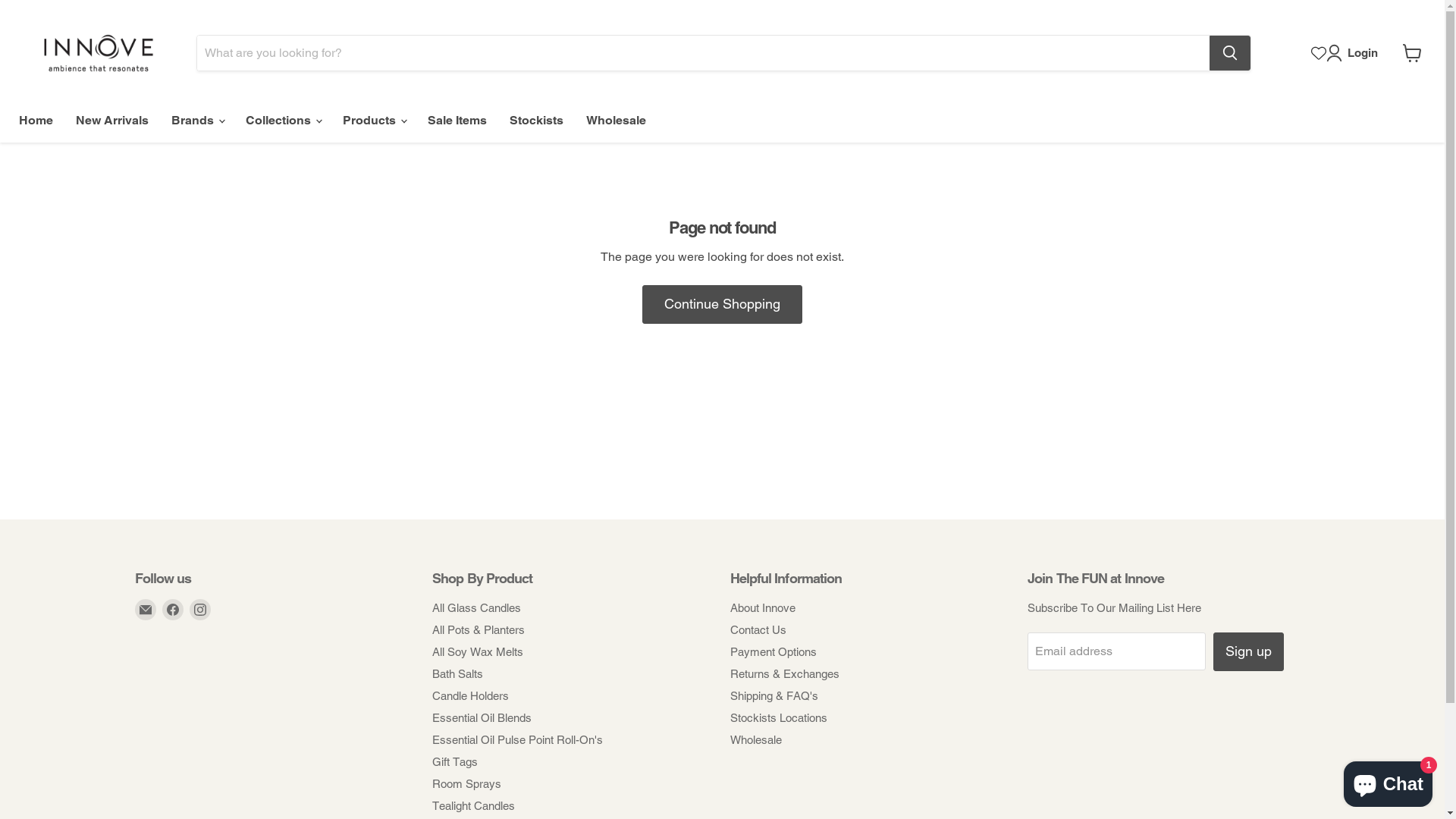 The width and height of the screenshot is (1456, 819). Describe the element at coordinates (36, 119) in the screenshot. I see `'Home'` at that location.